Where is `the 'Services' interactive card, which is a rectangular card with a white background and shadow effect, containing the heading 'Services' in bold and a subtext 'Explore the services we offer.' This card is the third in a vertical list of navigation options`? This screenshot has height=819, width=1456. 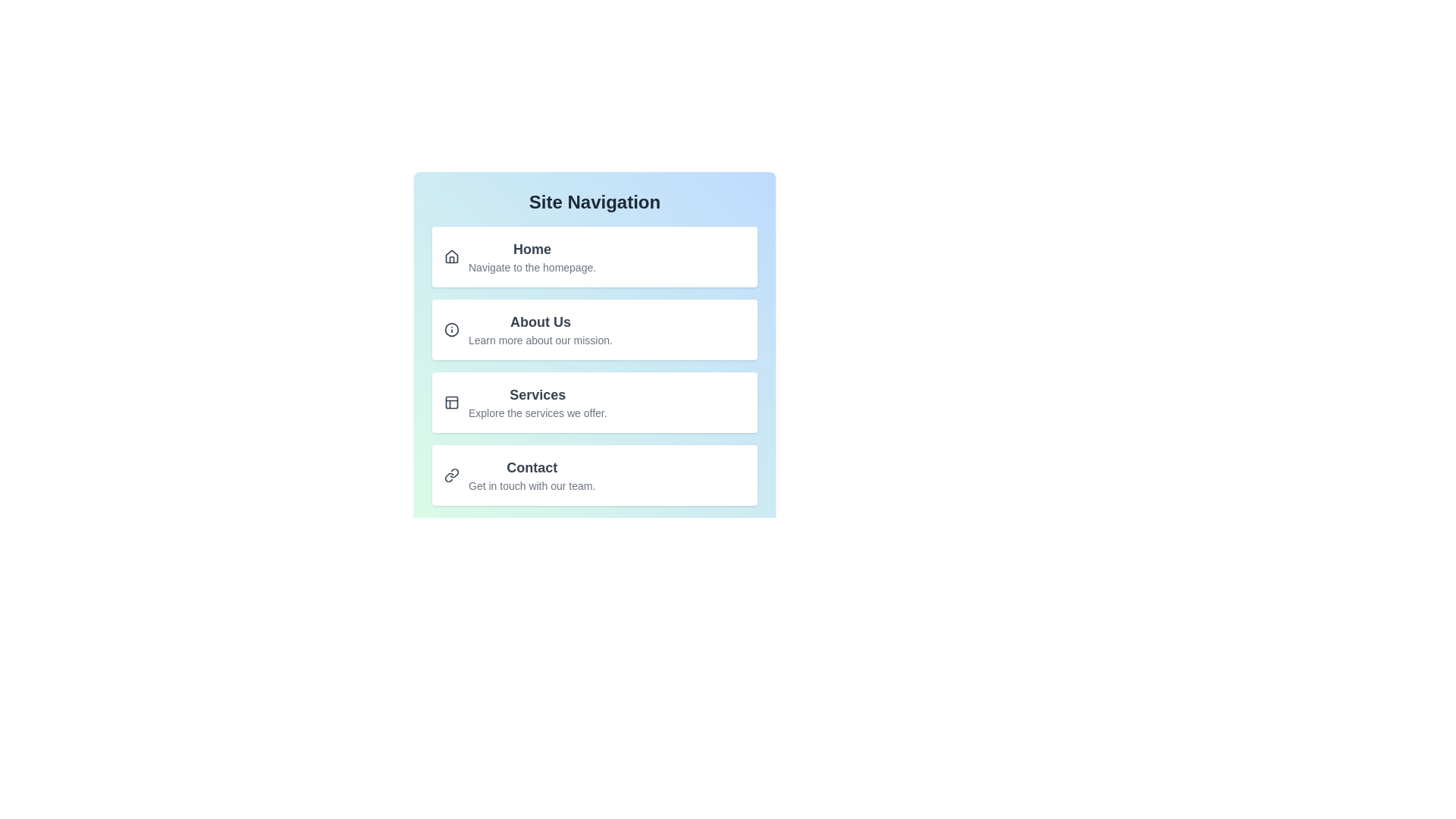
the 'Services' interactive card, which is a rectangular card with a white background and shadow effect, containing the heading 'Services' in bold and a subtext 'Explore the services we offer.' This card is the third in a vertical list of navigation options is located at coordinates (594, 402).